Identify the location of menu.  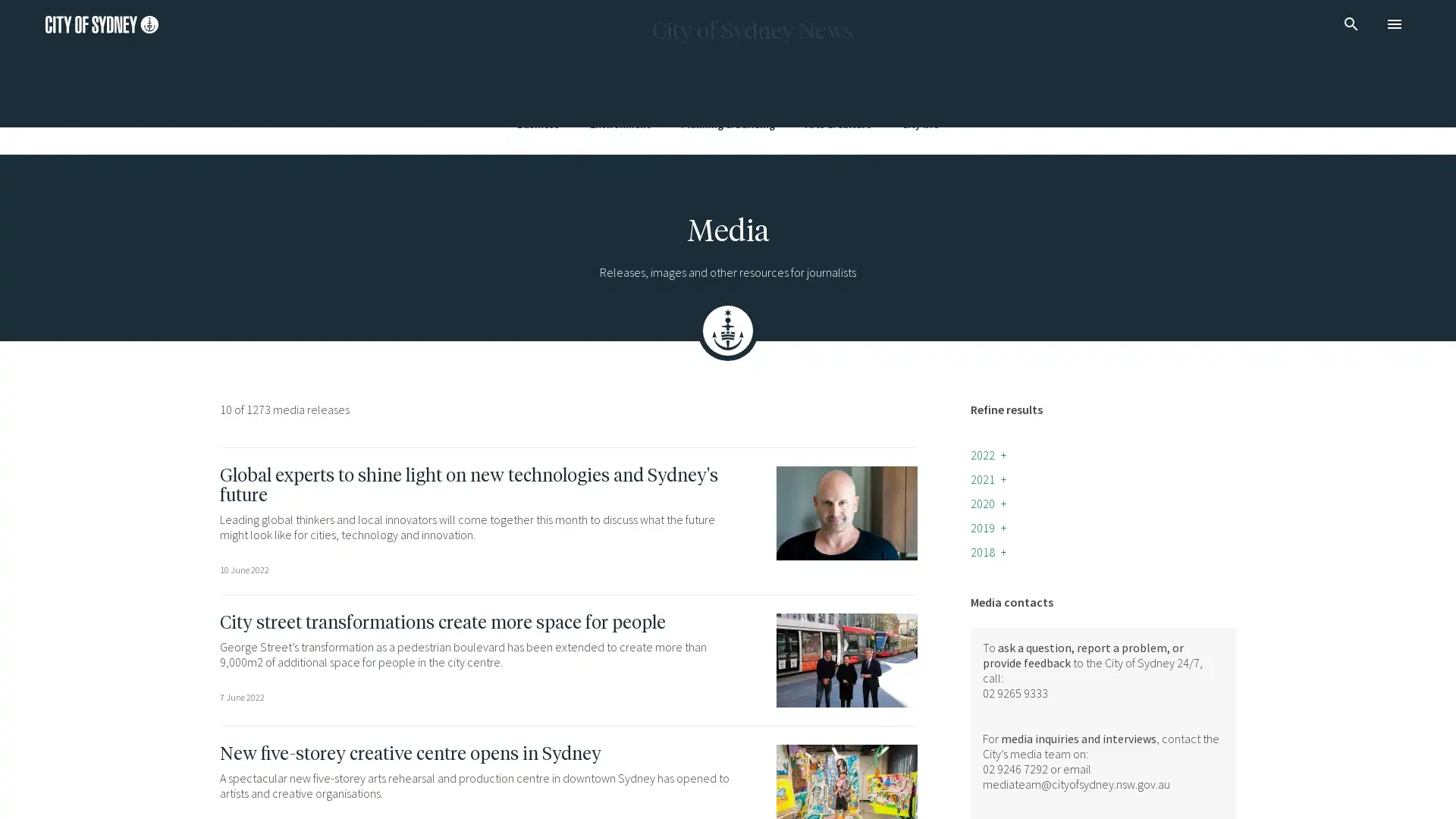
(1394, 24).